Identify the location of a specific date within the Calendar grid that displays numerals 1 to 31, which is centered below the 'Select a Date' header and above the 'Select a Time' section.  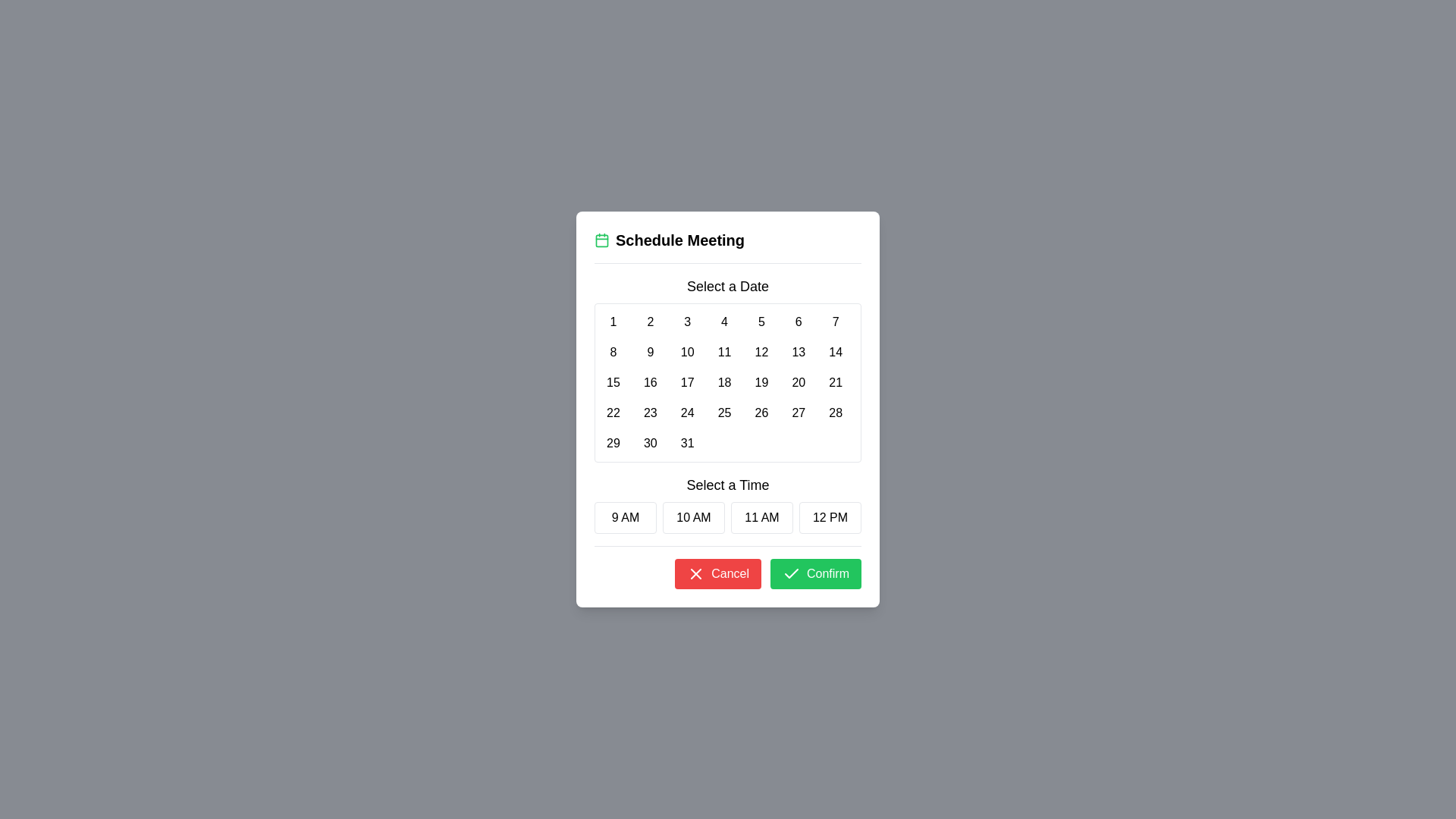
(728, 382).